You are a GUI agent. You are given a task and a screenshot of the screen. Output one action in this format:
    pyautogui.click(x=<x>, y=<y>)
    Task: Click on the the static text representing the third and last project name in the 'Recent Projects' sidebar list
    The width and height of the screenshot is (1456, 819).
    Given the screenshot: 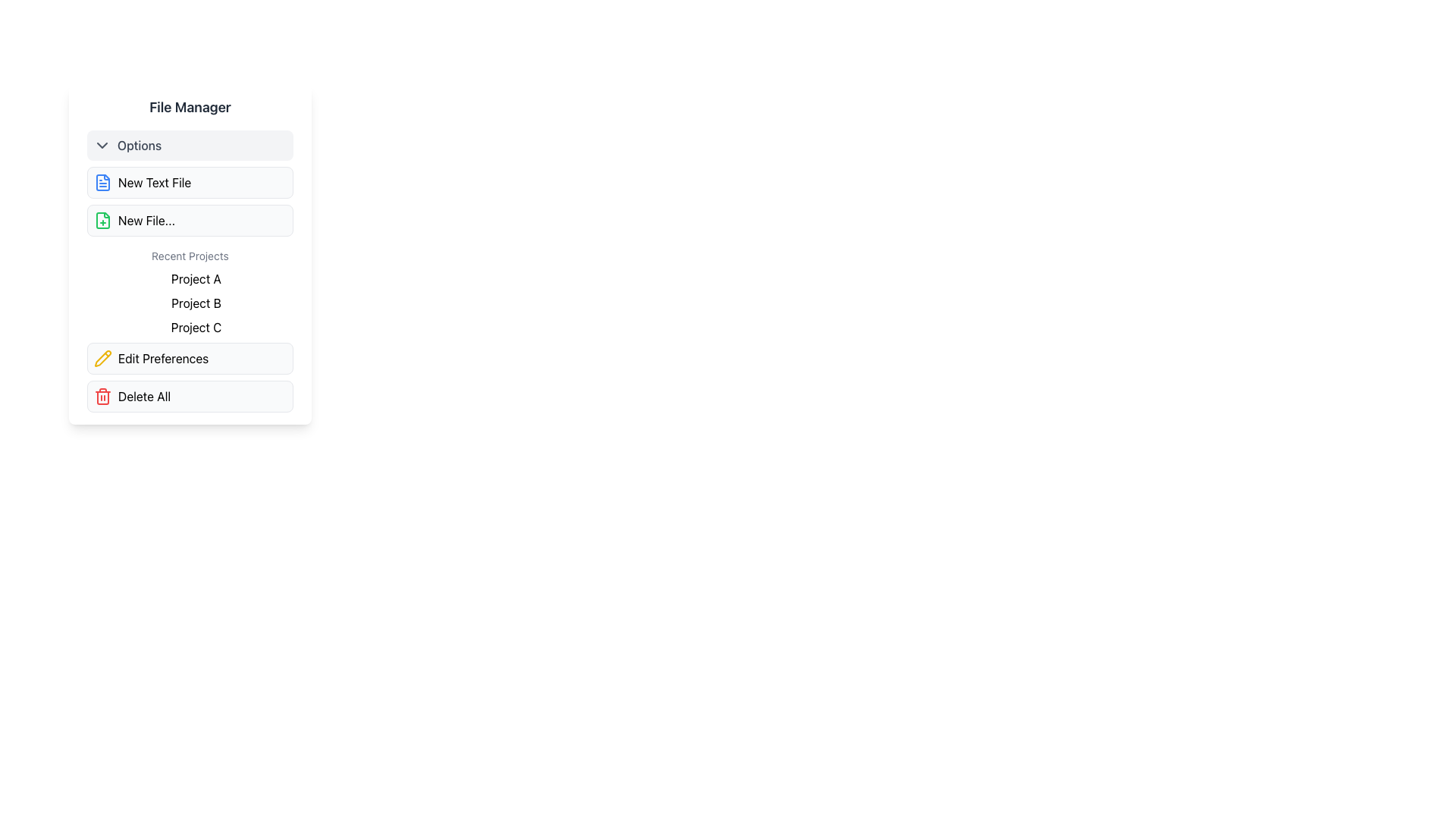 What is the action you would take?
    pyautogui.click(x=189, y=327)
    